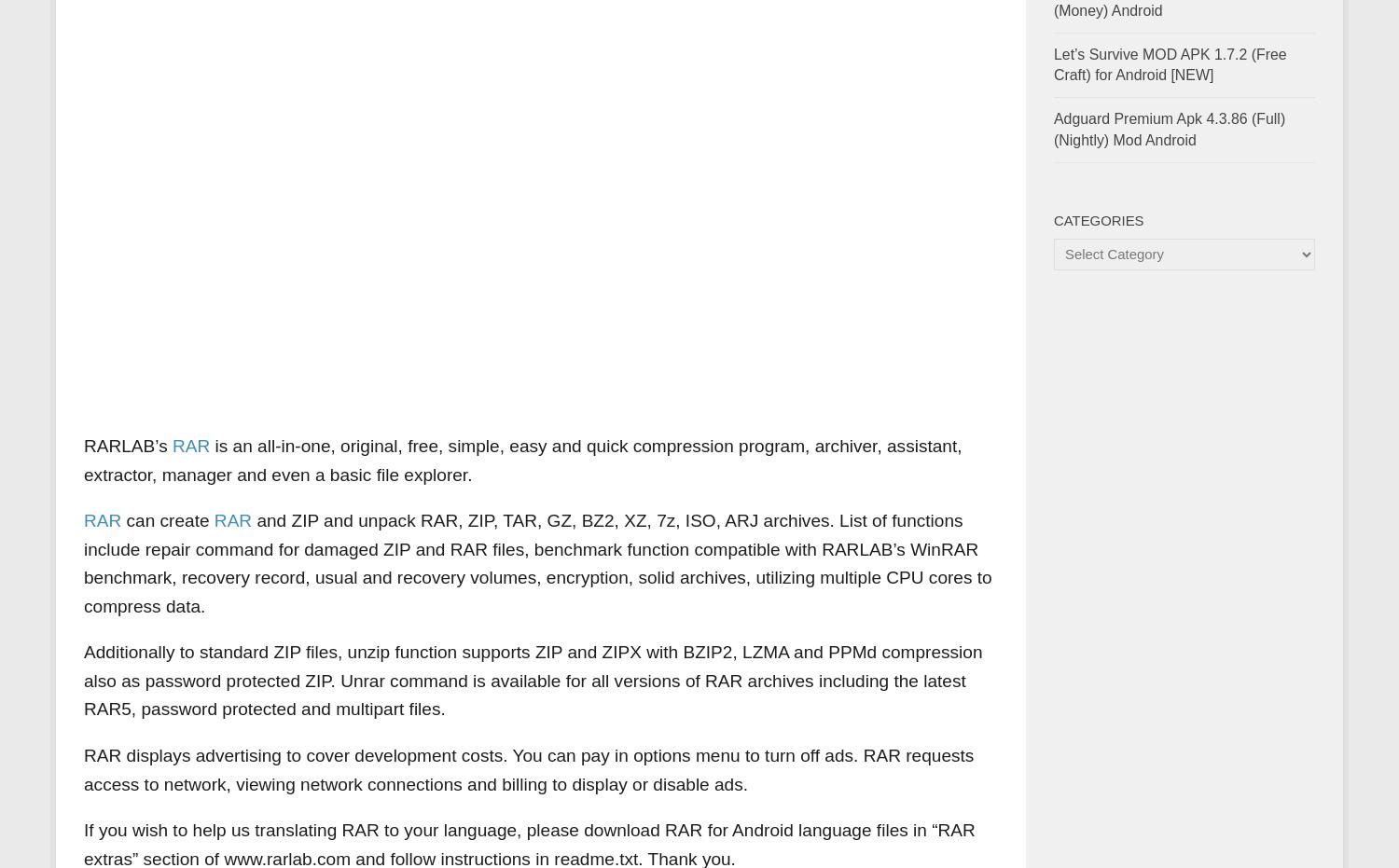  I want to click on 'Let’s Survive MOD APK 1.7.2 (Free Craft) for Android [NEW]', so click(1170, 63).